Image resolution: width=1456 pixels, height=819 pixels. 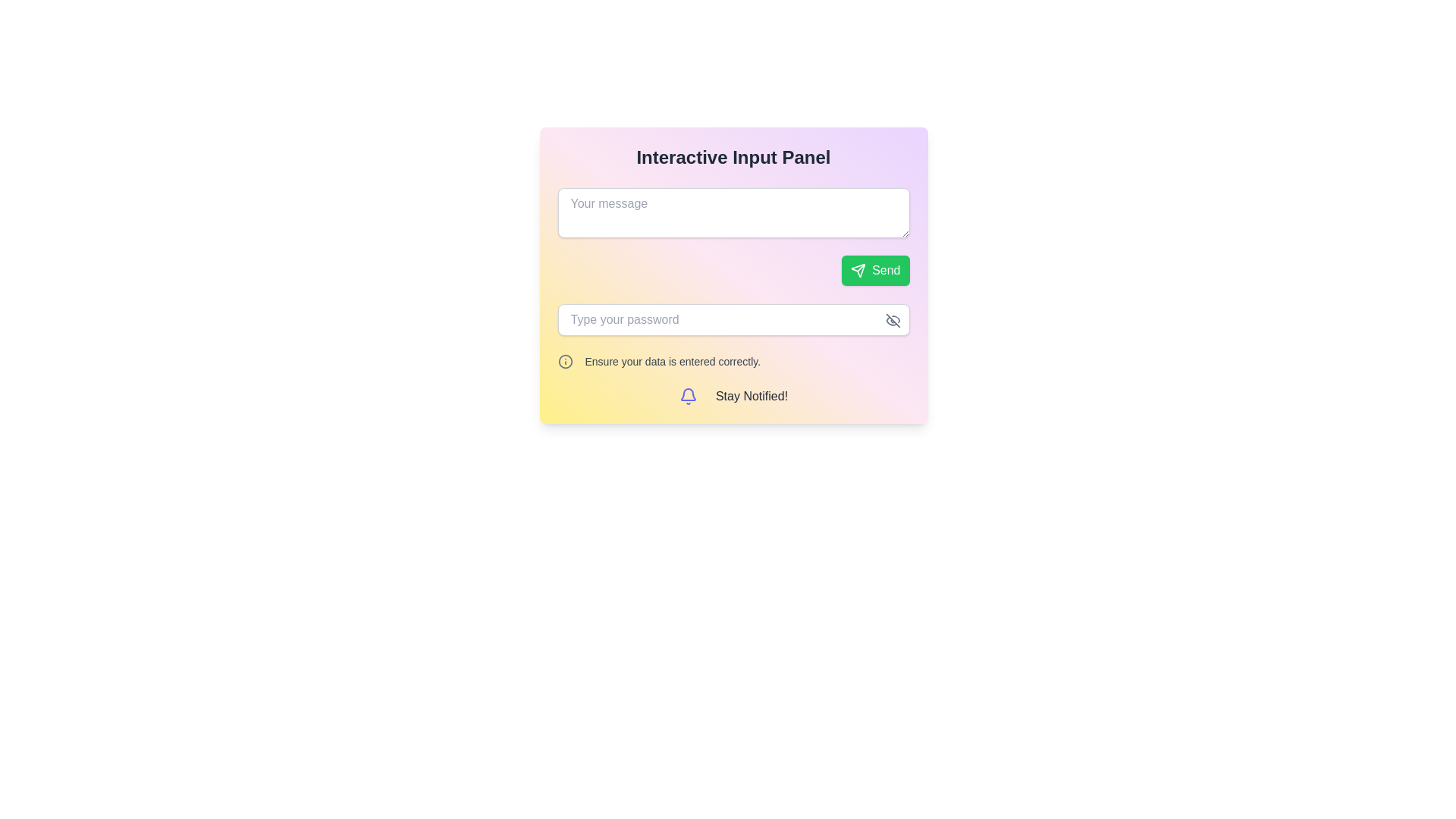 I want to click on text label that serves as a descriptor for the adjacent bell icon, located at the bottom of the interactive panel and positioned to the right of the bell icon, so click(x=752, y=396).